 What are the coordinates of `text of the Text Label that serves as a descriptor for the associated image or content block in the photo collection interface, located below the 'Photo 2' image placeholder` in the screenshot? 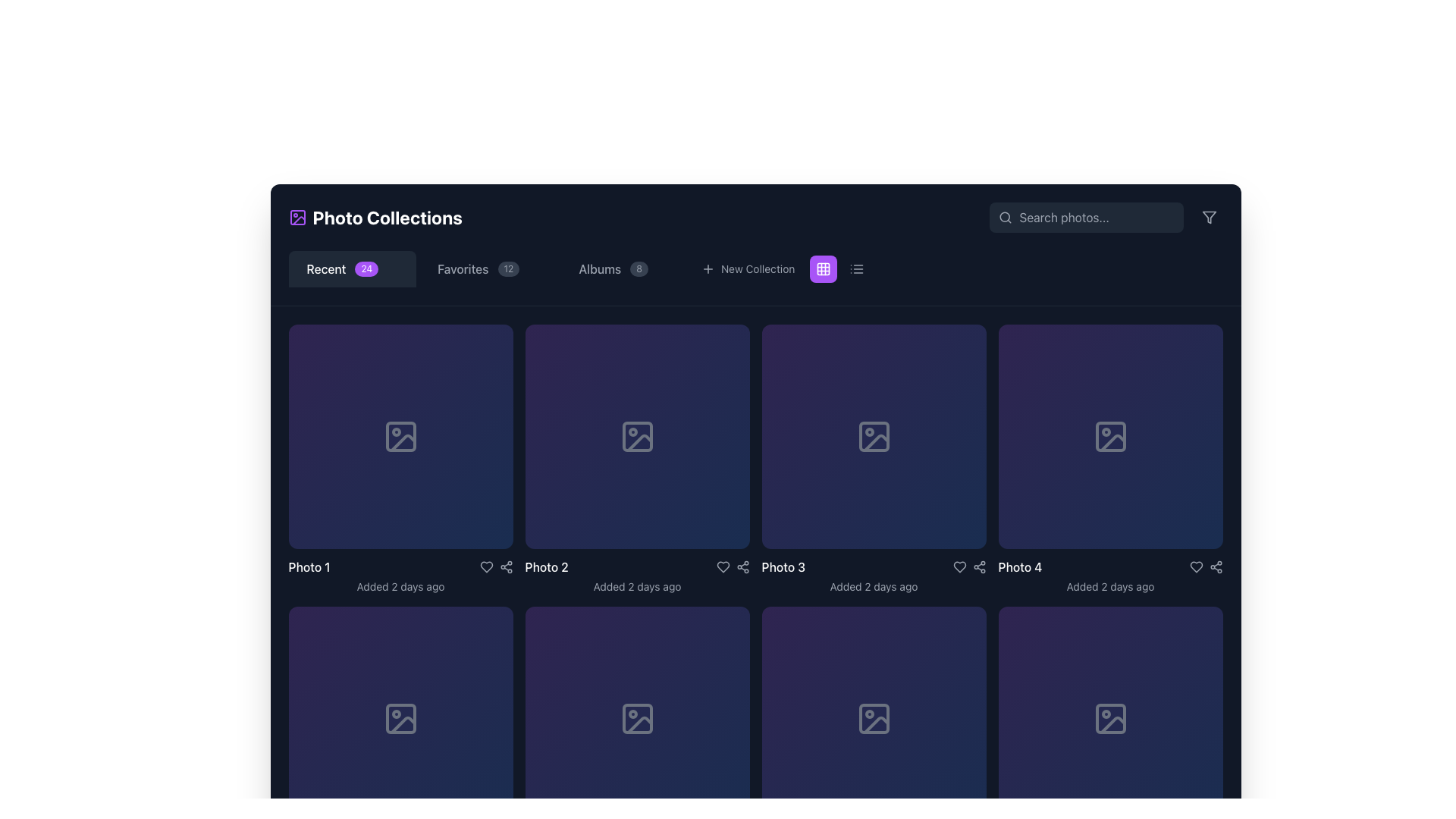 It's located at (546, 567).